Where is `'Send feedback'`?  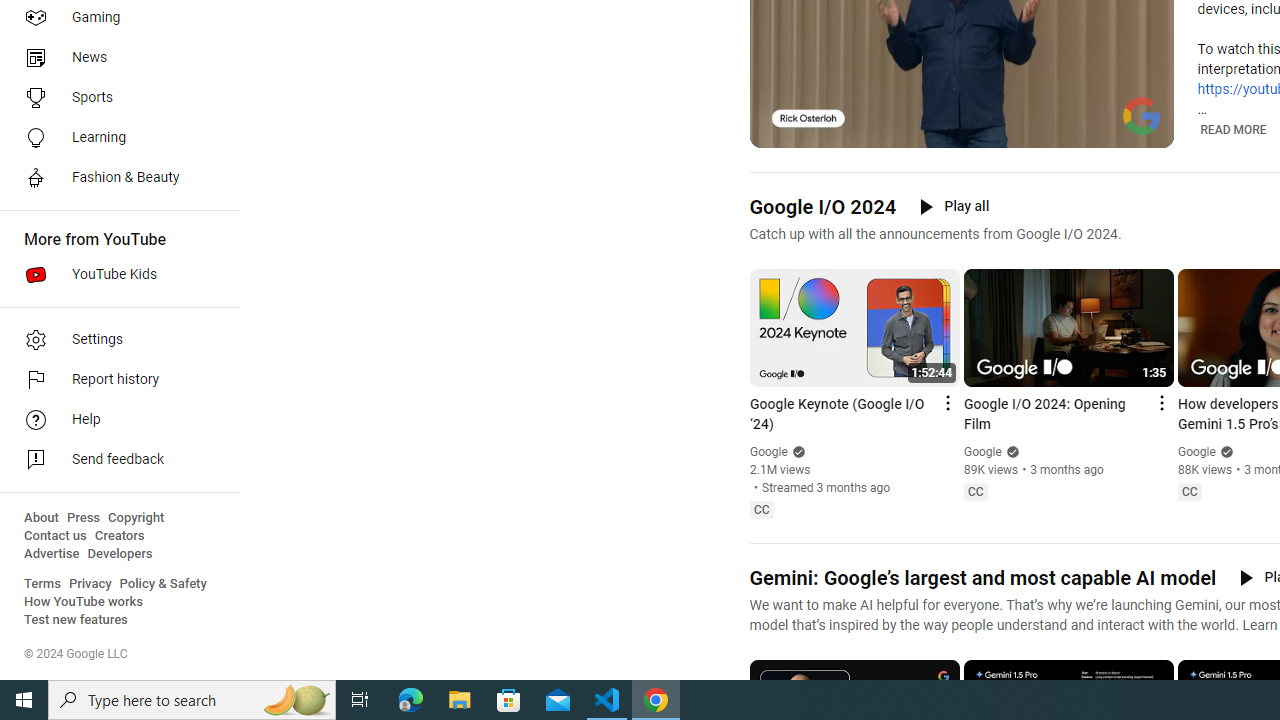
'Send feedback' is located at coordinates (112, 460).